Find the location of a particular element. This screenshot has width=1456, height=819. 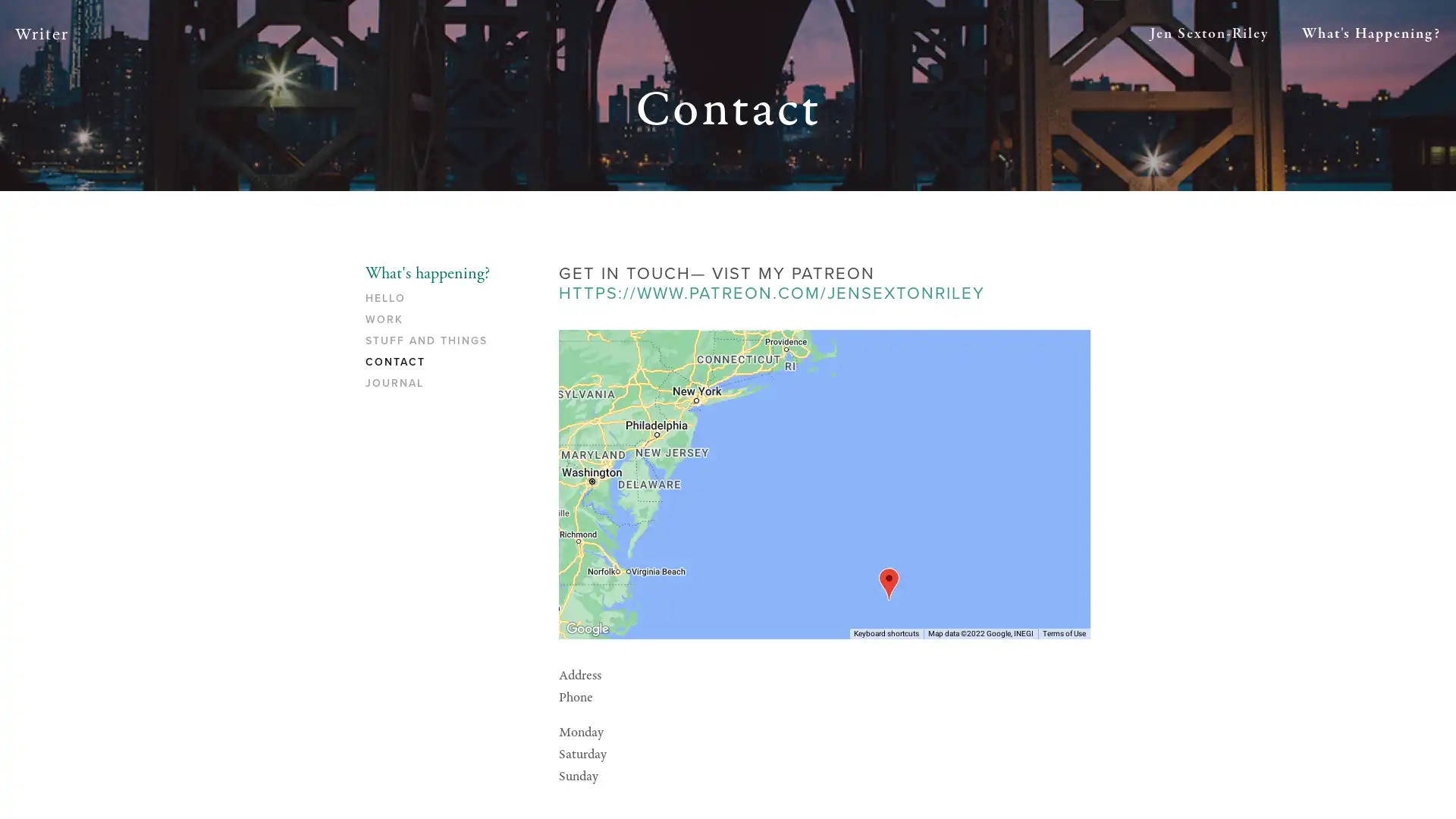

Keyboard shortcuts is located at coordinates (886, 632).